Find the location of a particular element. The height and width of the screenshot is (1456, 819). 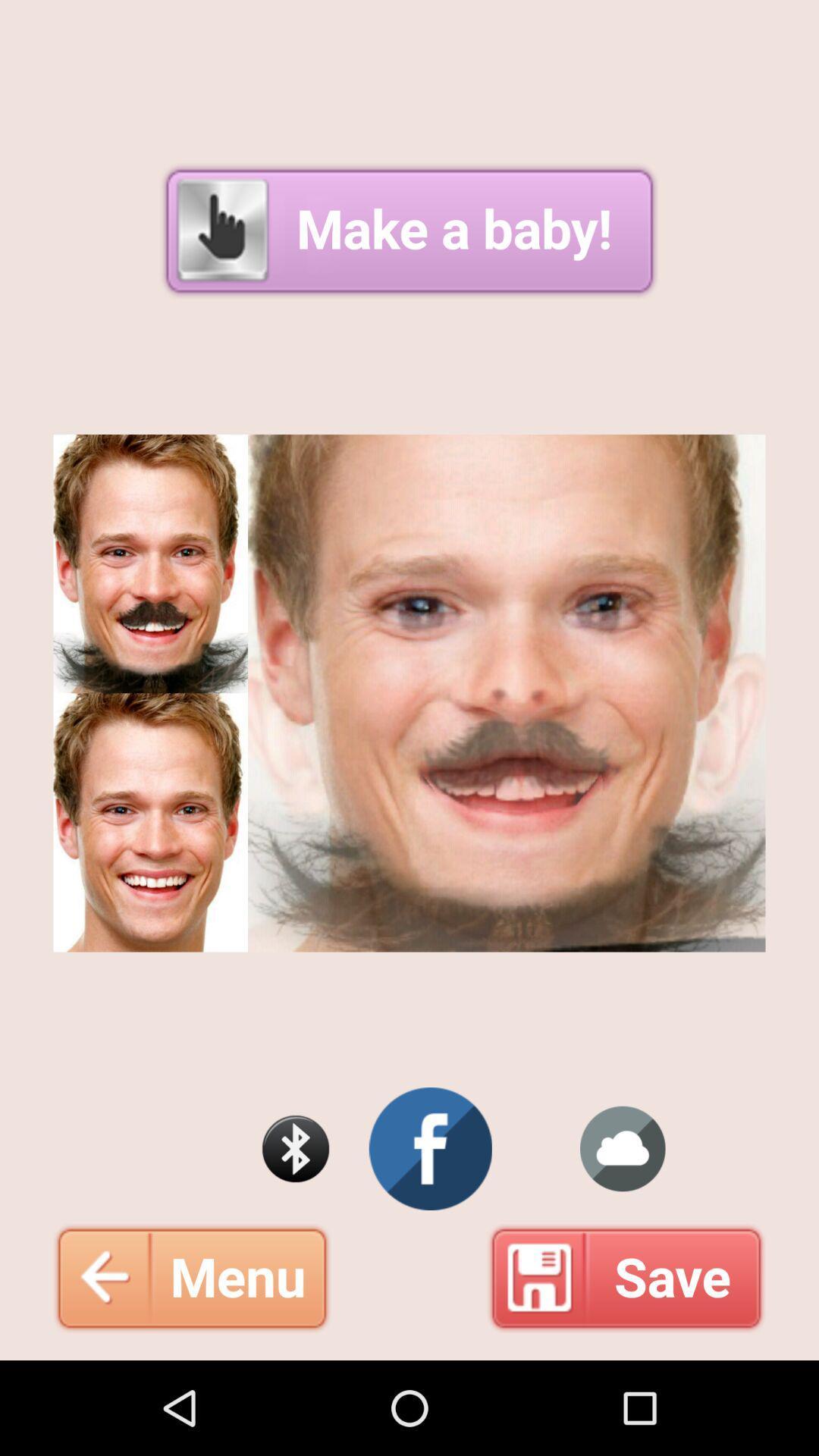

visit facebook page is located at coordinates (431, 1149).